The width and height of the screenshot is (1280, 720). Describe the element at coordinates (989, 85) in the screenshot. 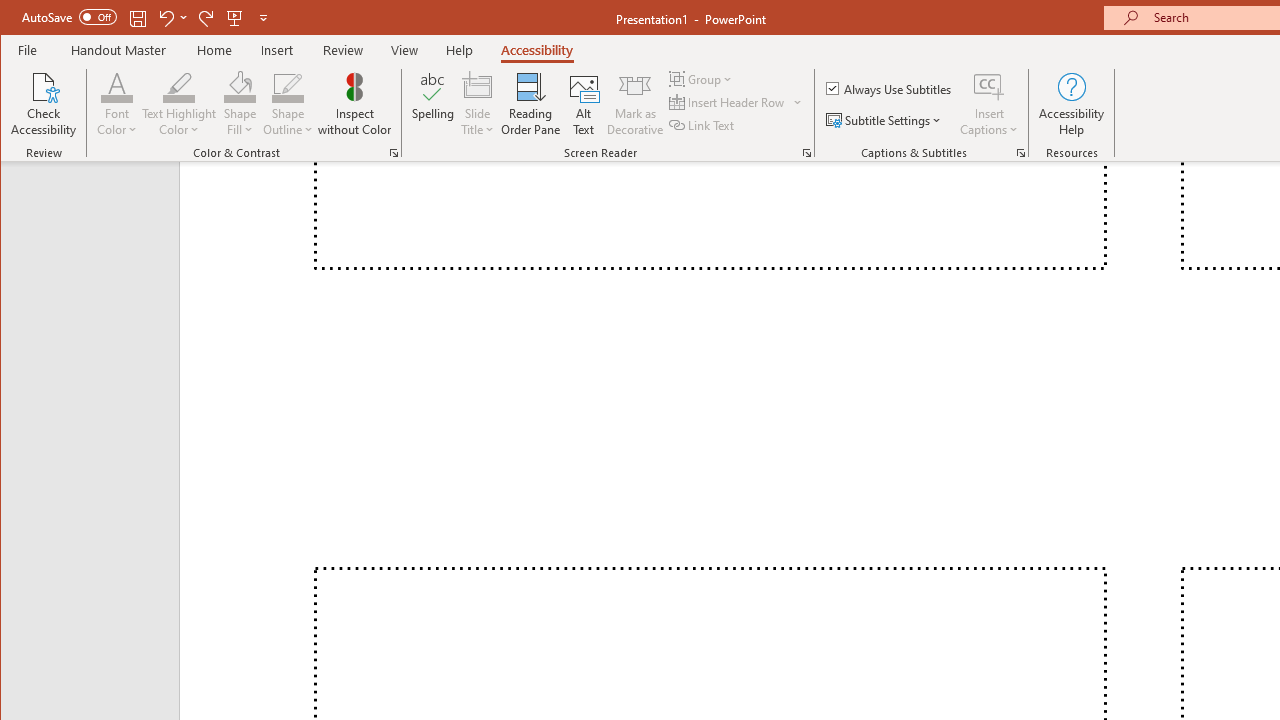

I see `'Insert Captions'` at that location.